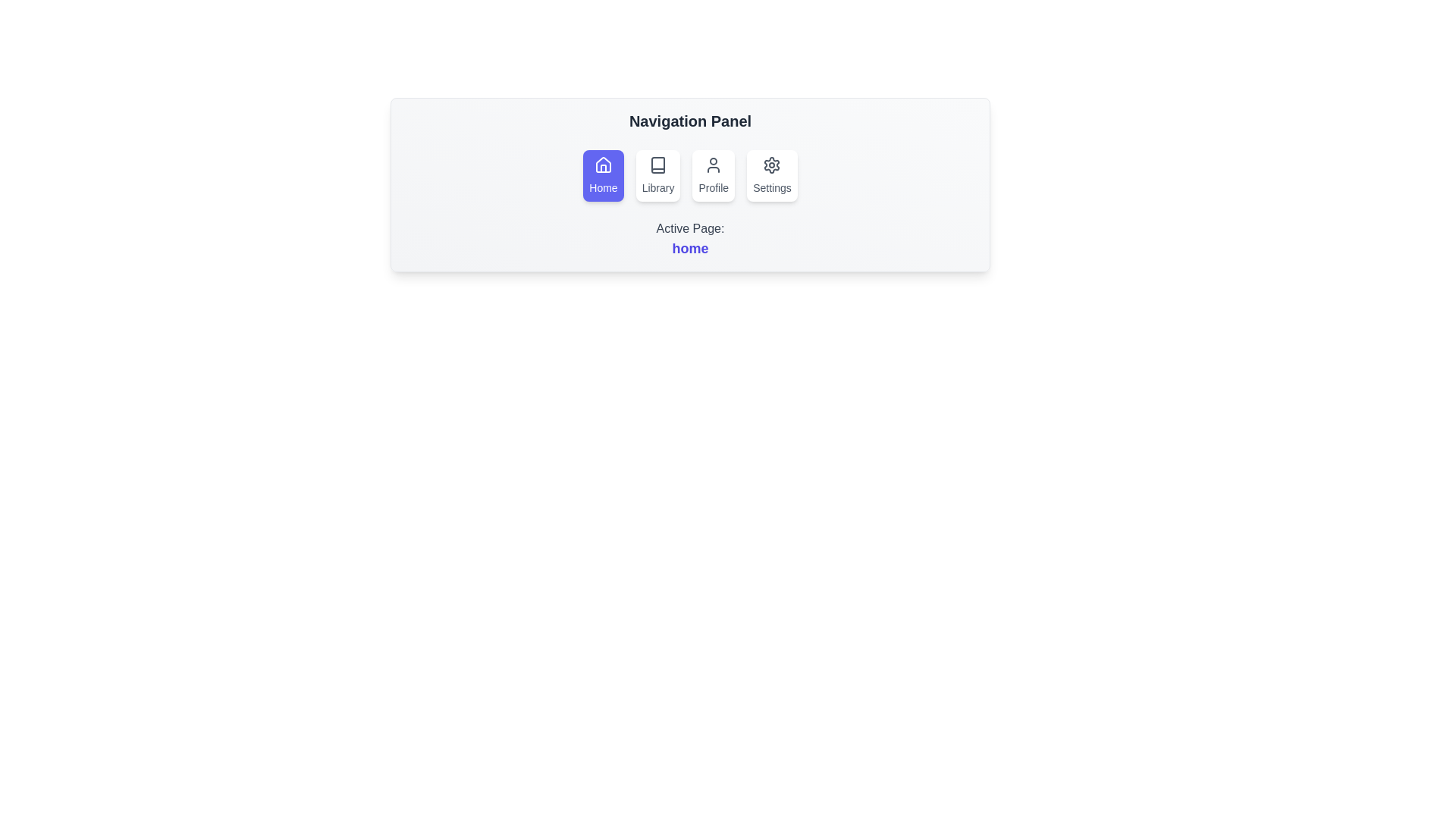  Describe the element at coordinates (713, 165) in the screenshot. I see `the user silhouette icon within the 'Profile' button located in the navigation panel` at that location.